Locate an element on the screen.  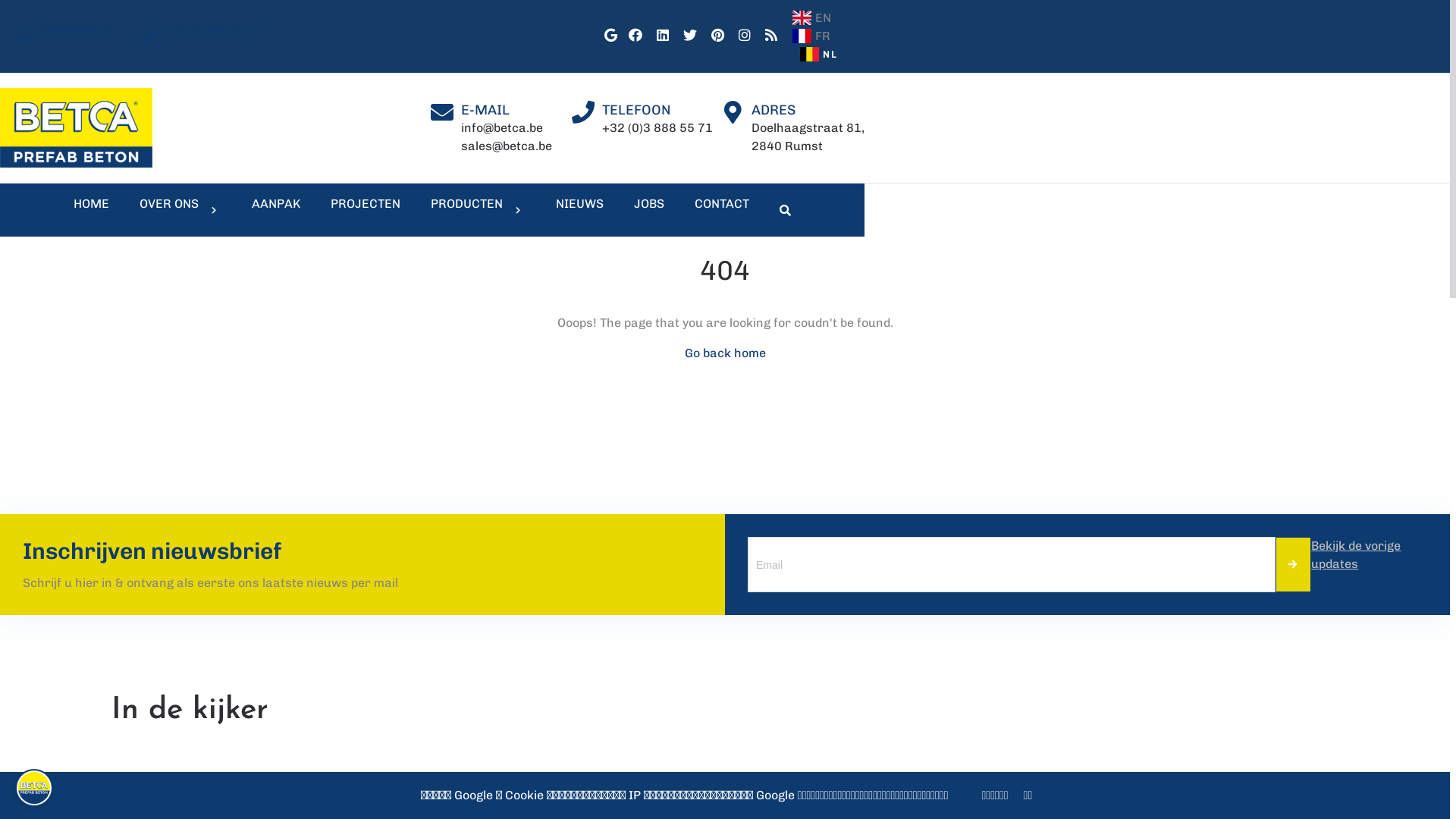
'+32 (0)3 888 55 71' is located at coordinates (657, 127).